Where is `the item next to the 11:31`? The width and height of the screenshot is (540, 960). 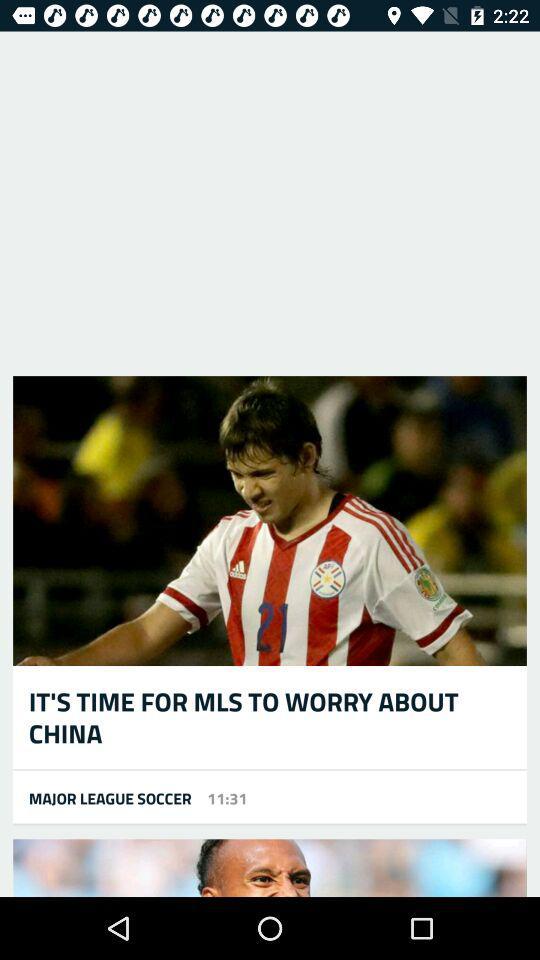 the item next to the 11:31 is located at coordinates (102, 798).